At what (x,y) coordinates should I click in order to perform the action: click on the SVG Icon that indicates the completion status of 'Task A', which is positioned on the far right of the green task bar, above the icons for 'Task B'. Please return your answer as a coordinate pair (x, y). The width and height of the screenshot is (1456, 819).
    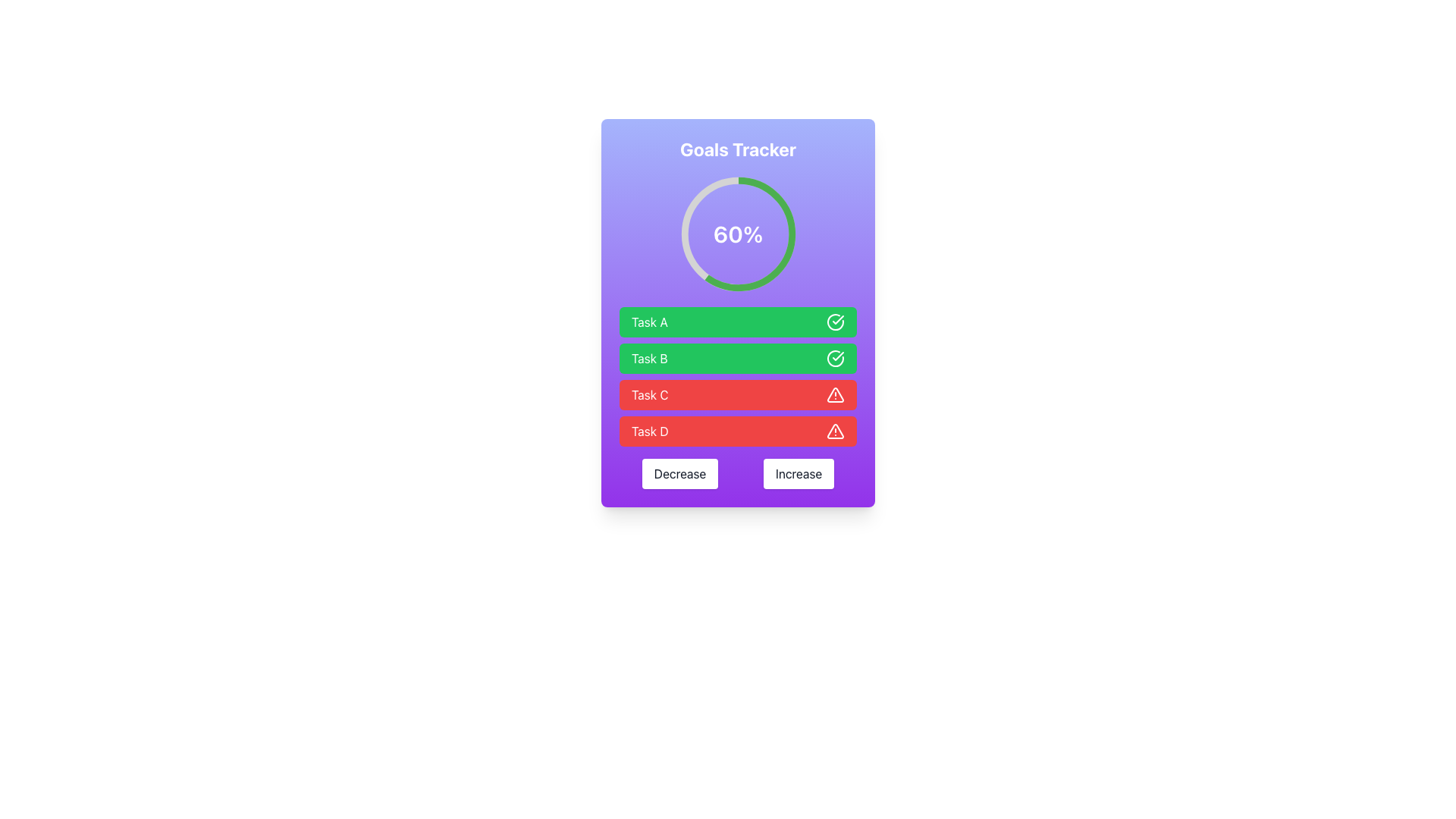
    Looking at the image, I should click on (835, 321).